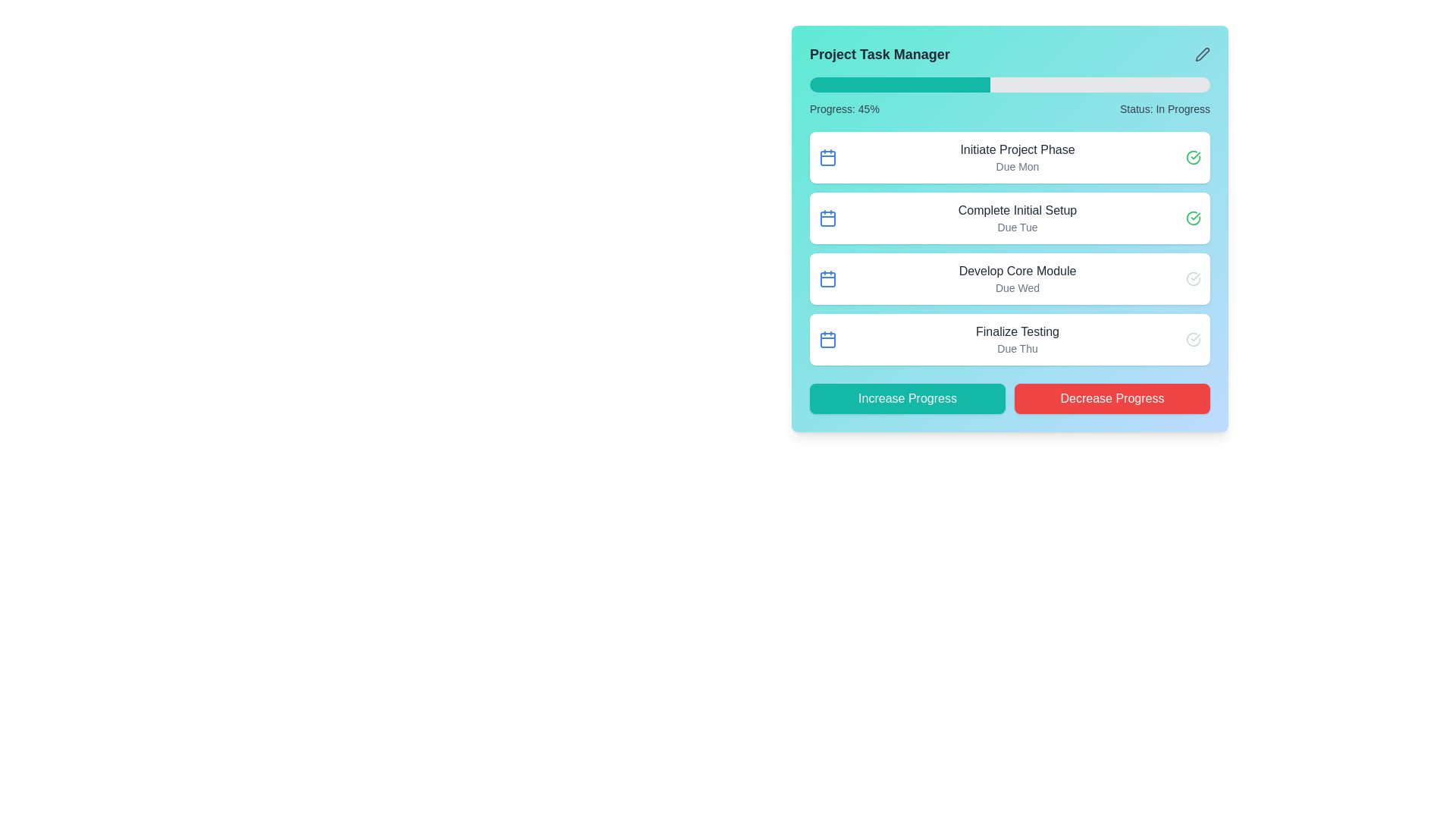  I want to click on the text label displaying 'Finalize Testing' located in the fourth task row under the 'Due Thu' label, so click(1018, 331).